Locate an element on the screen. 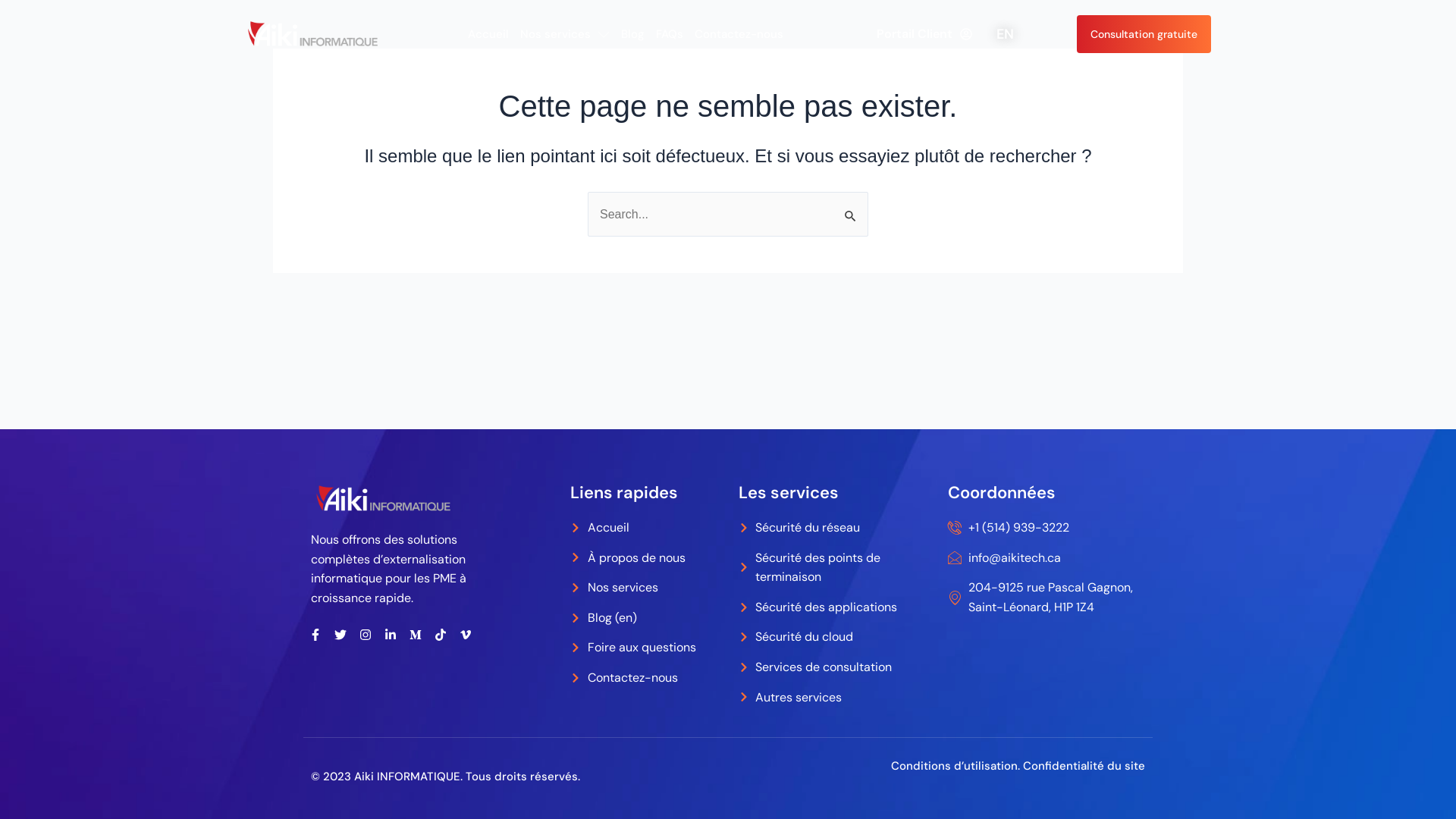 The width and height of the screenshot is (1456, 819). 'Tiktok' is located at coordinates (439, 635).